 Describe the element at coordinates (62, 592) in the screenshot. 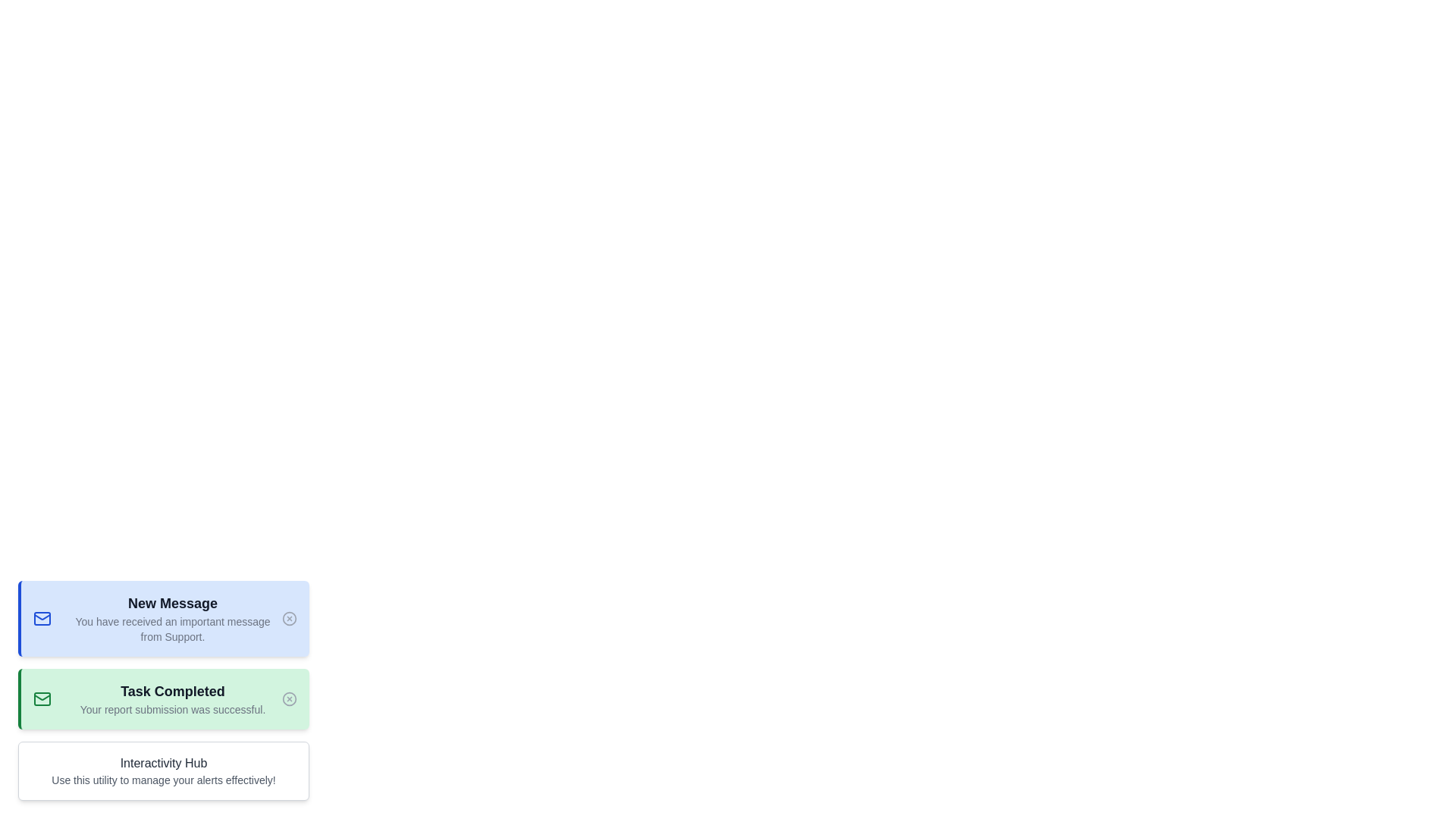

I see `the text content of the 'New Message' alert` at that location.